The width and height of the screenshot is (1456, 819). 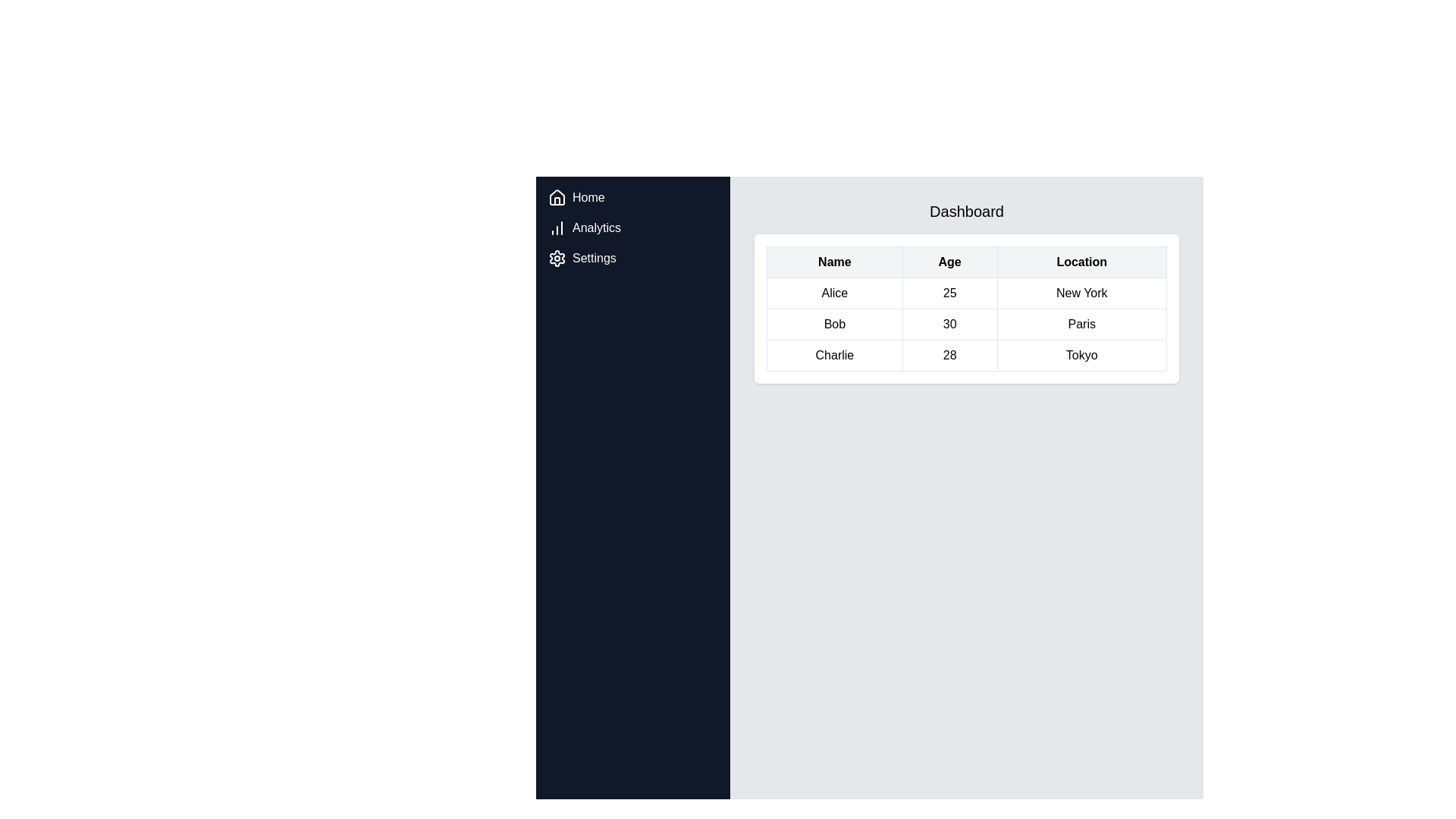 What do you see at coordinates (1081, 293) in the screenshot?
I see `the Text field displaying the location information for 'Alice' which shows 'New York' in the grid under the 'Location' column` at bounding box center [1081, 293].